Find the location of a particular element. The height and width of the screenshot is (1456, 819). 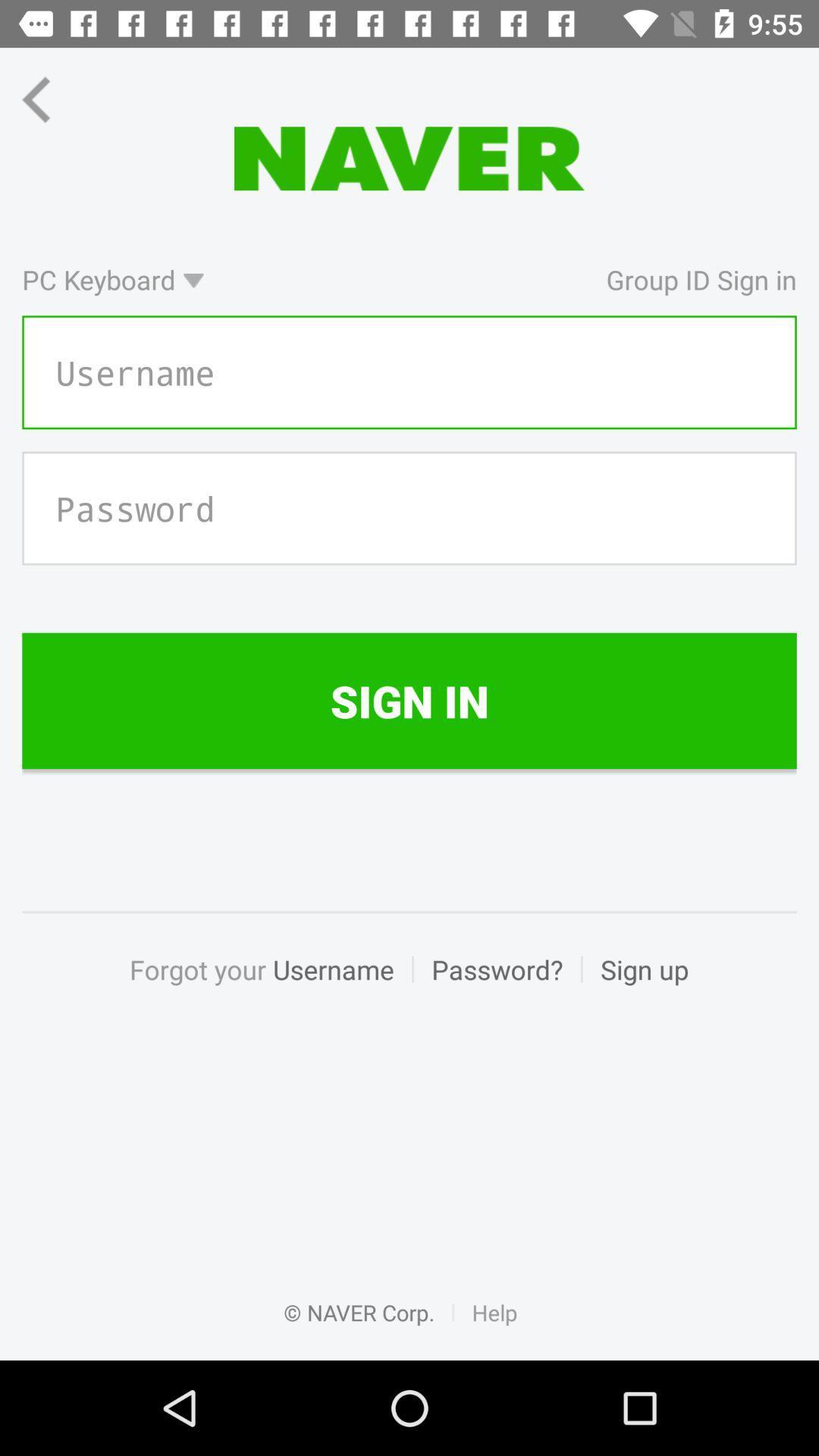

help is located at coordinates (494, 1328).